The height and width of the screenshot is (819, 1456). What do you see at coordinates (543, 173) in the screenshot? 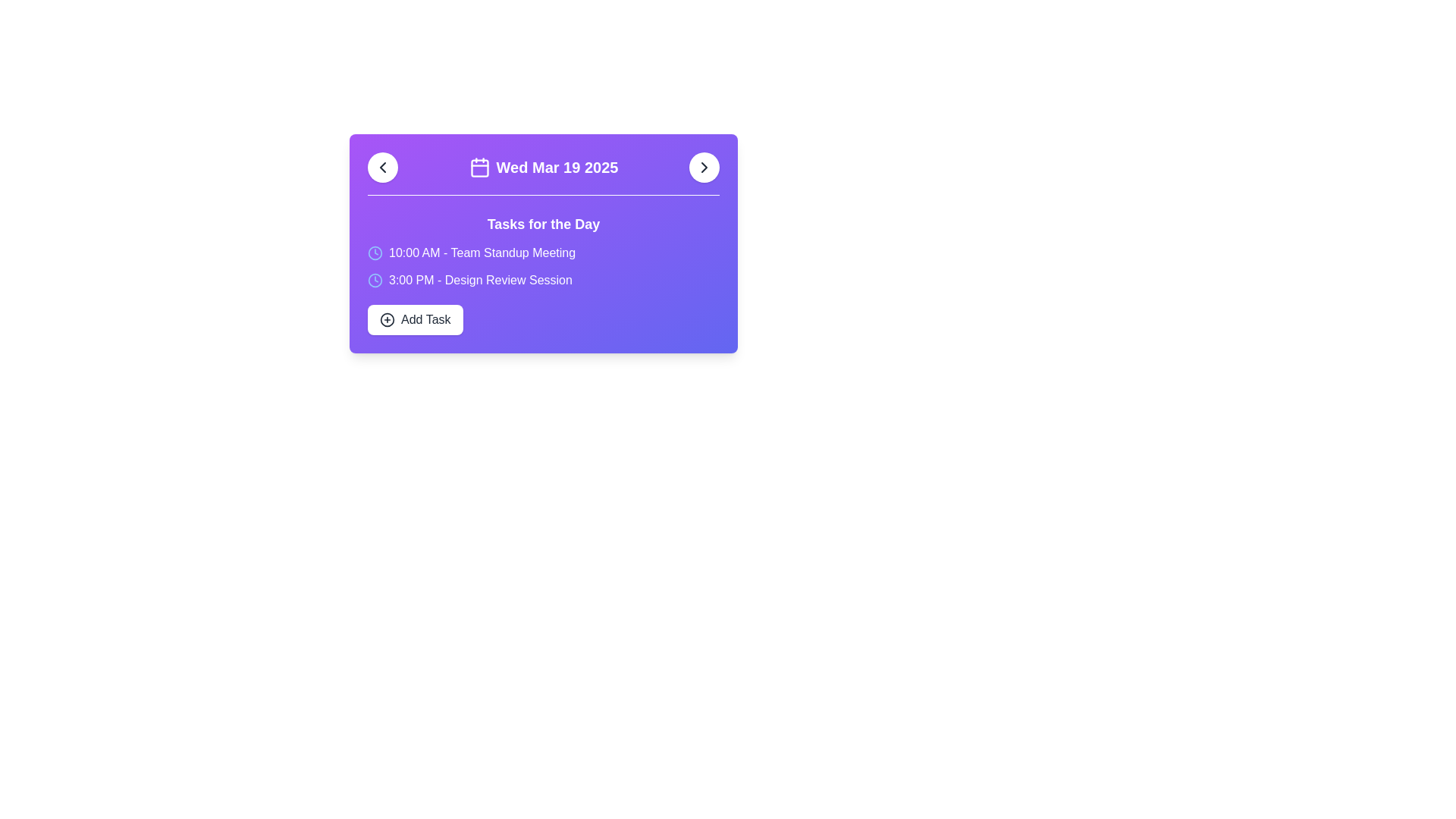
I see `the display text element that shows the current date, located at the top section of a purple card, between two circular buttons with arrow icons` at bounding box center [543, 173].